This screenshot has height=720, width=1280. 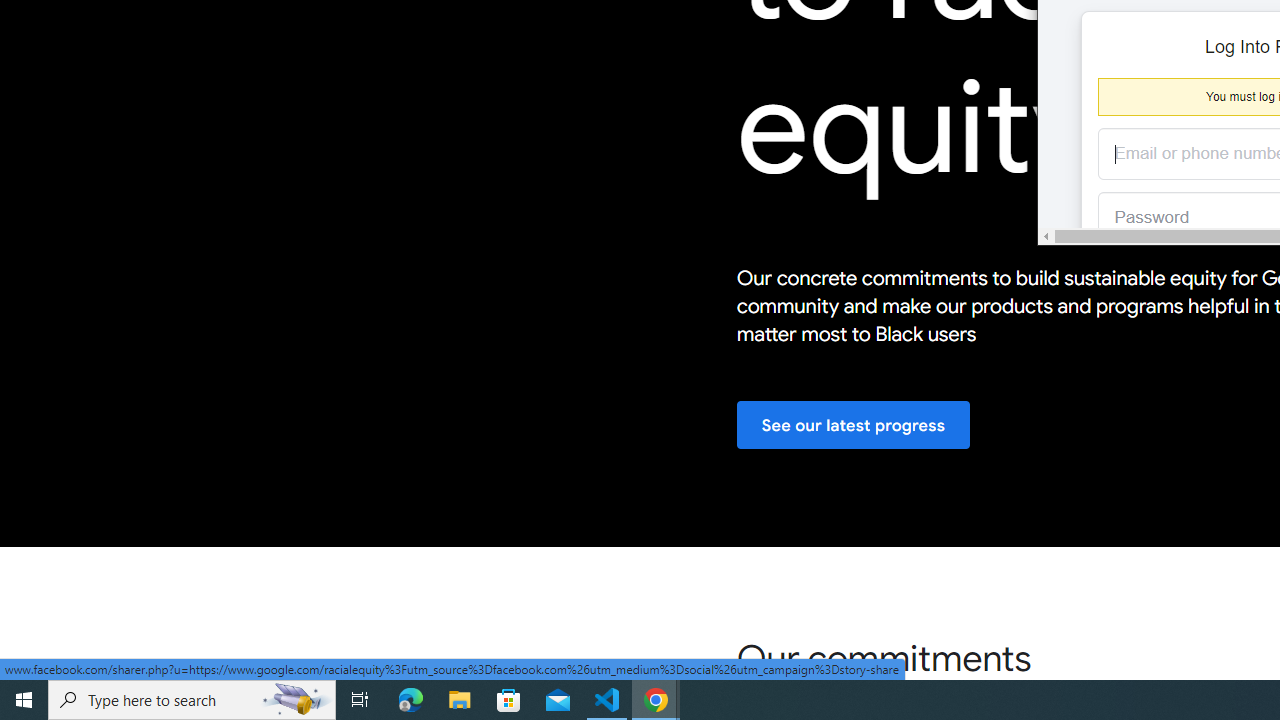 I want to click on 'Google Chrome - 4 running windows', so click(x=656, y=698).